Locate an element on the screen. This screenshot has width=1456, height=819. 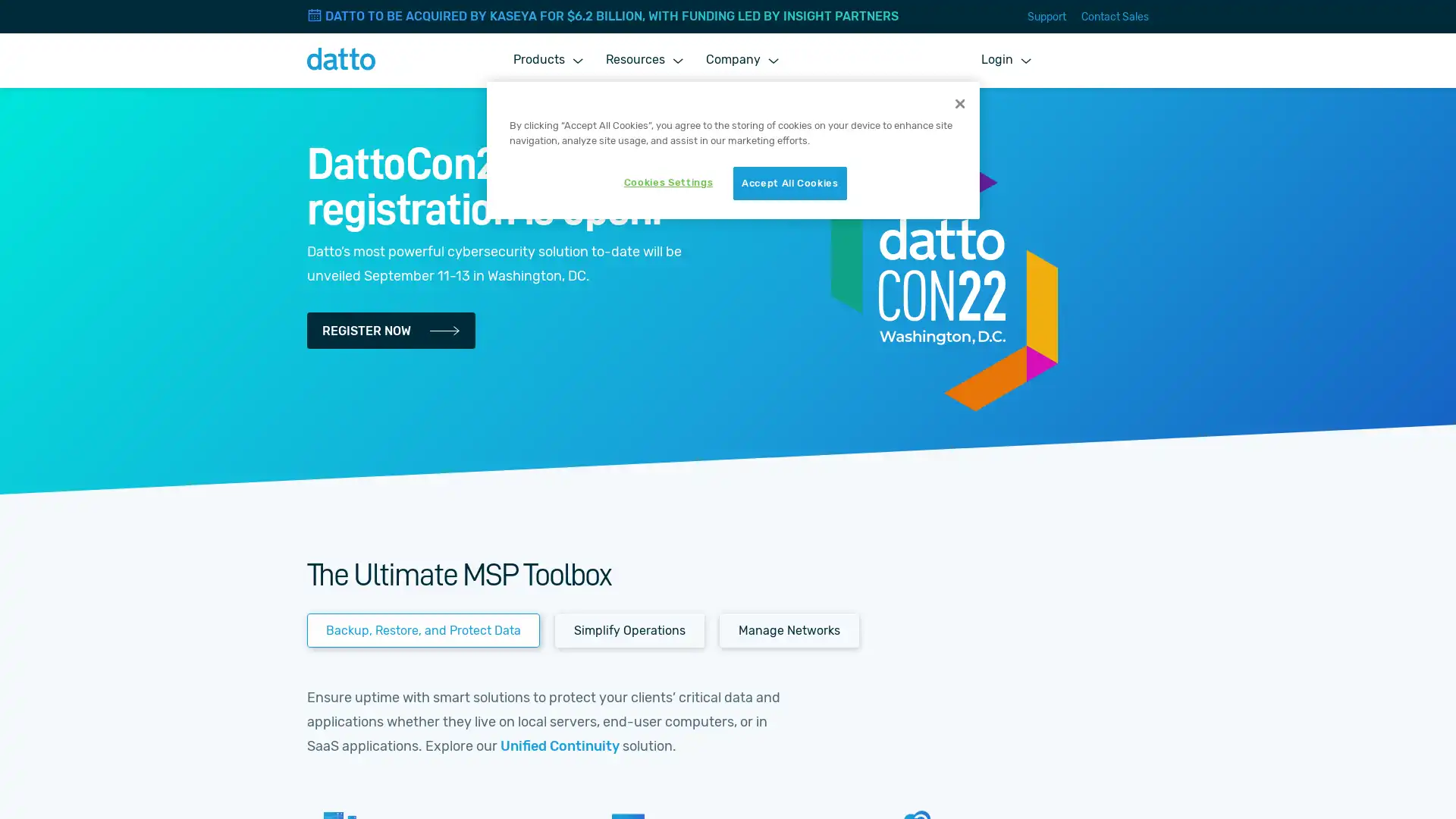
Products is located at coordinates (535, 58).